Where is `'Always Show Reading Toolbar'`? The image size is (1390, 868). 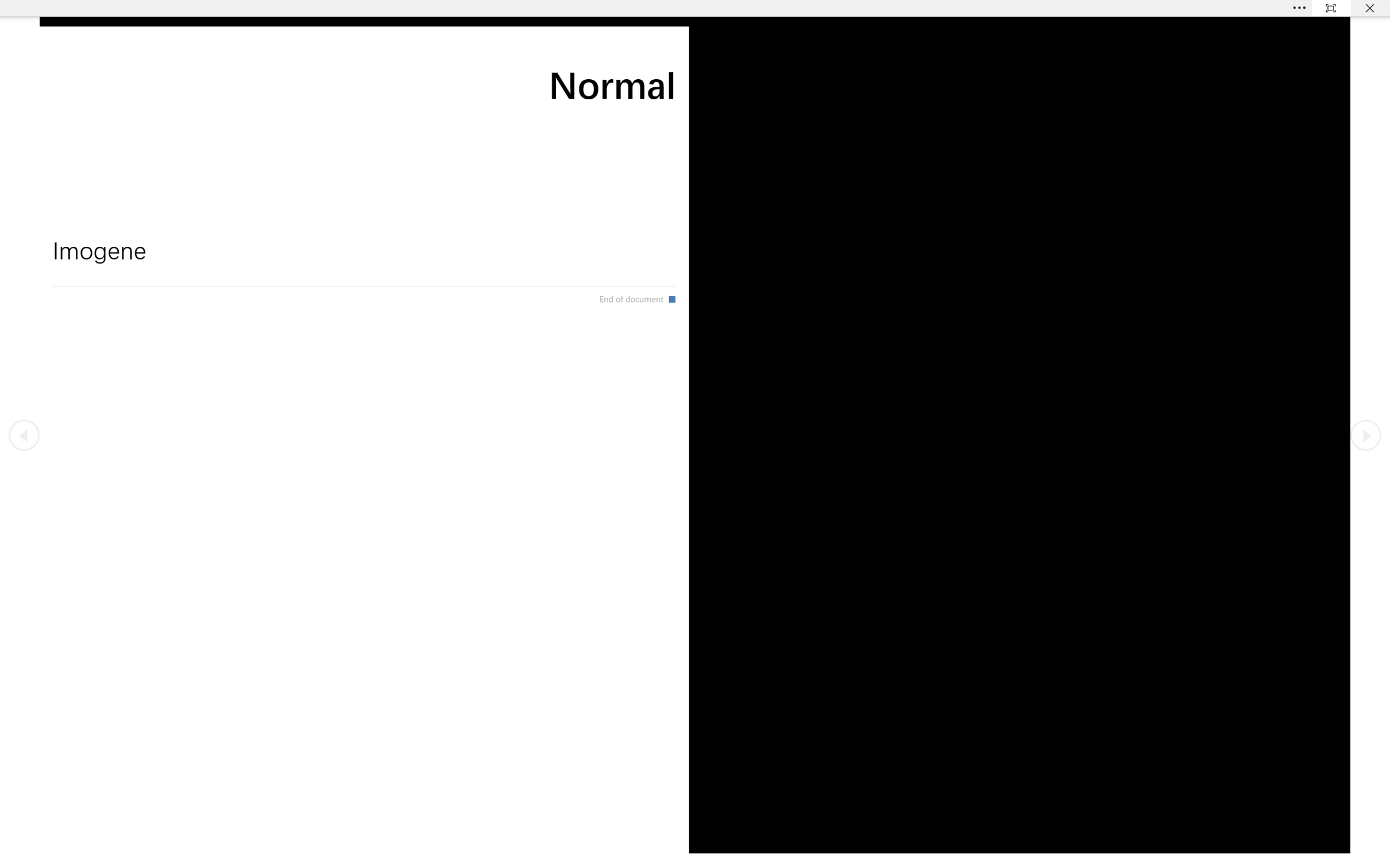
'Always Show Reading Toolbar' is located at coordinates (1331, 7).